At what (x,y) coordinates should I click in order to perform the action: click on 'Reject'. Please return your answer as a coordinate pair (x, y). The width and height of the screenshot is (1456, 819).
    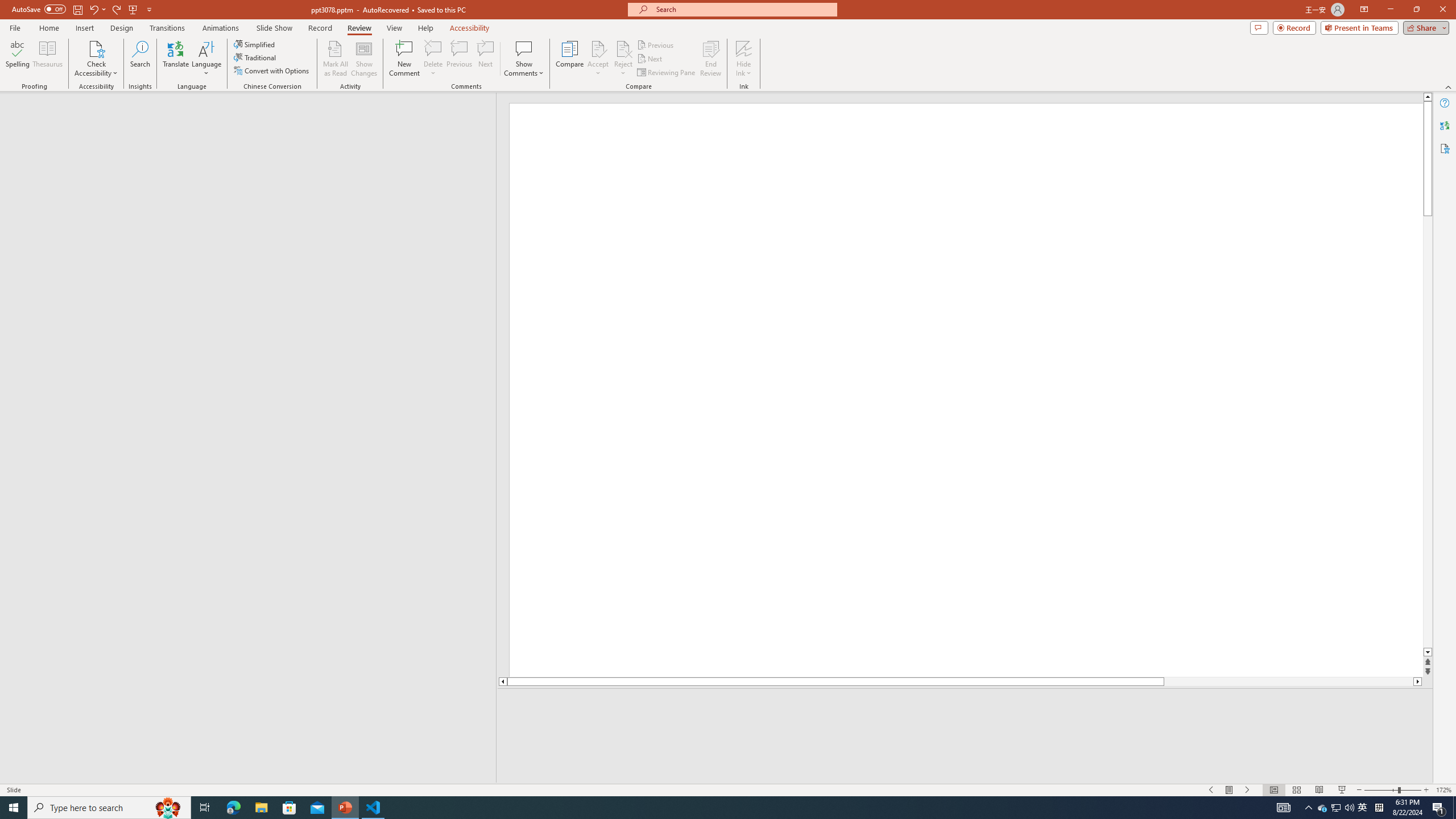
    Looking at the image, I should click on (622, 59).